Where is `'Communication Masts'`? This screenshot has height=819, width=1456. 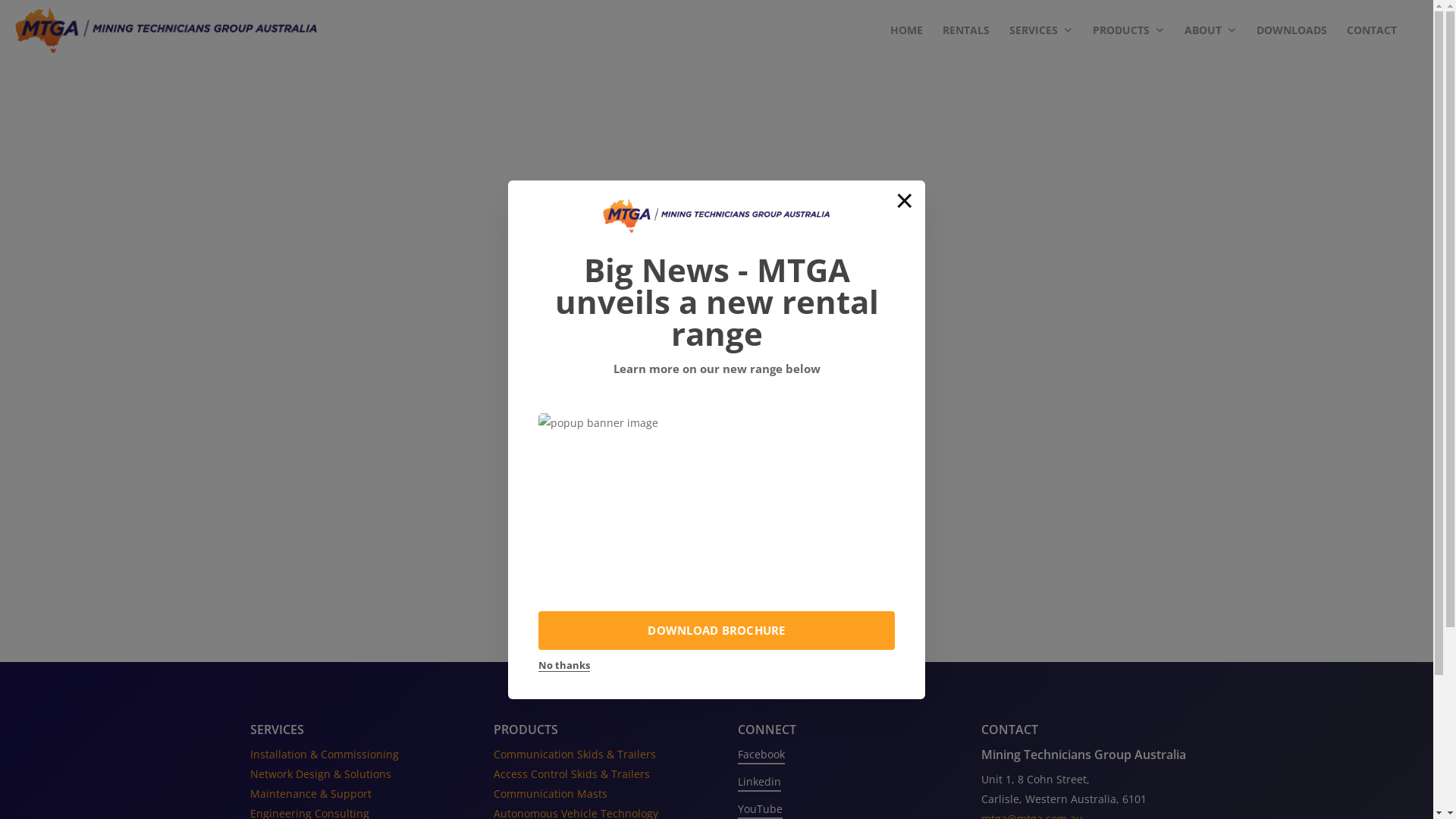
'Communication Masts' is located at coordinates (549, 792).